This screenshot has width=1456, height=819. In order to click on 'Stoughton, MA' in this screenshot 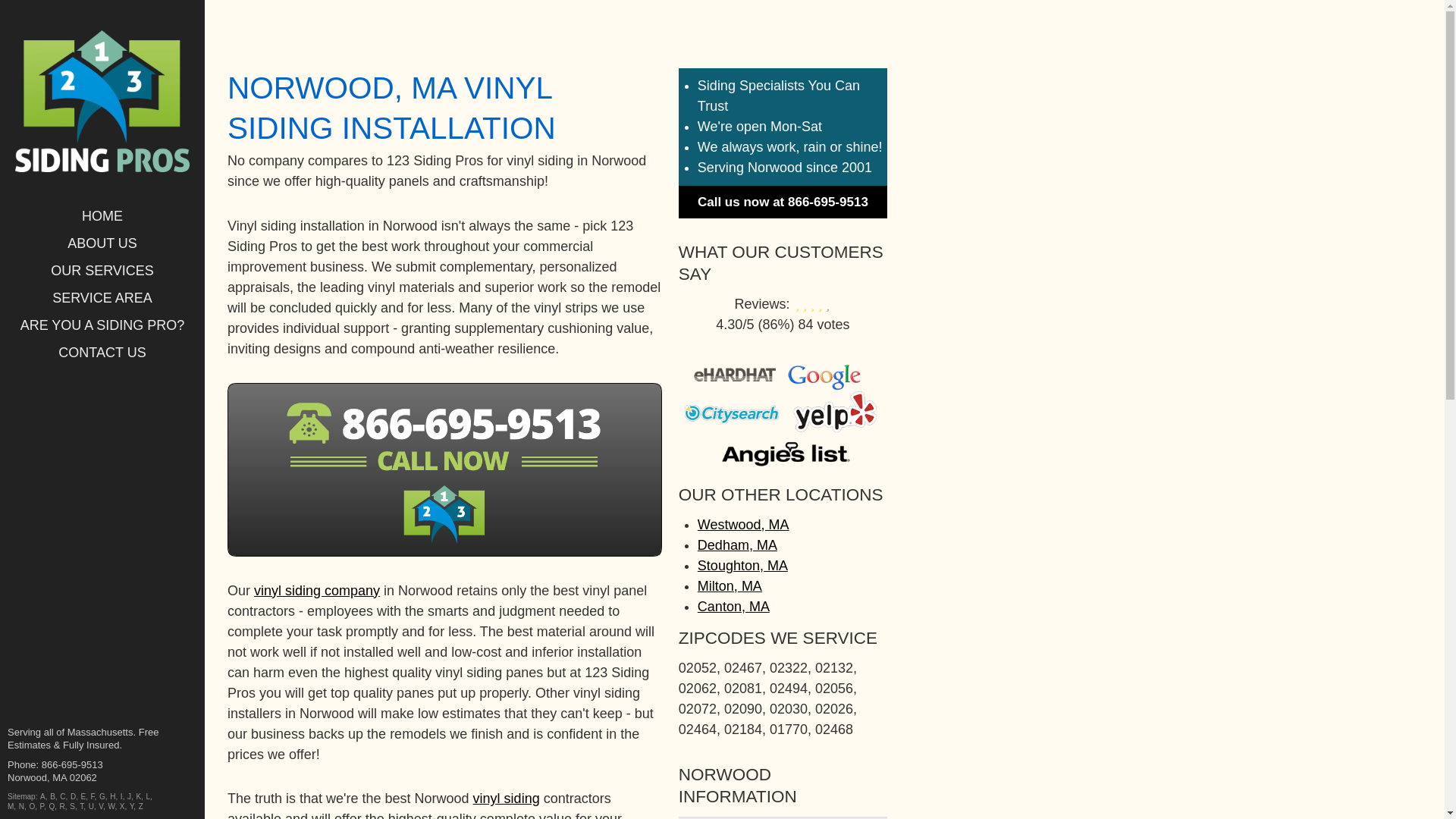, I will do `click(742, 565)`.